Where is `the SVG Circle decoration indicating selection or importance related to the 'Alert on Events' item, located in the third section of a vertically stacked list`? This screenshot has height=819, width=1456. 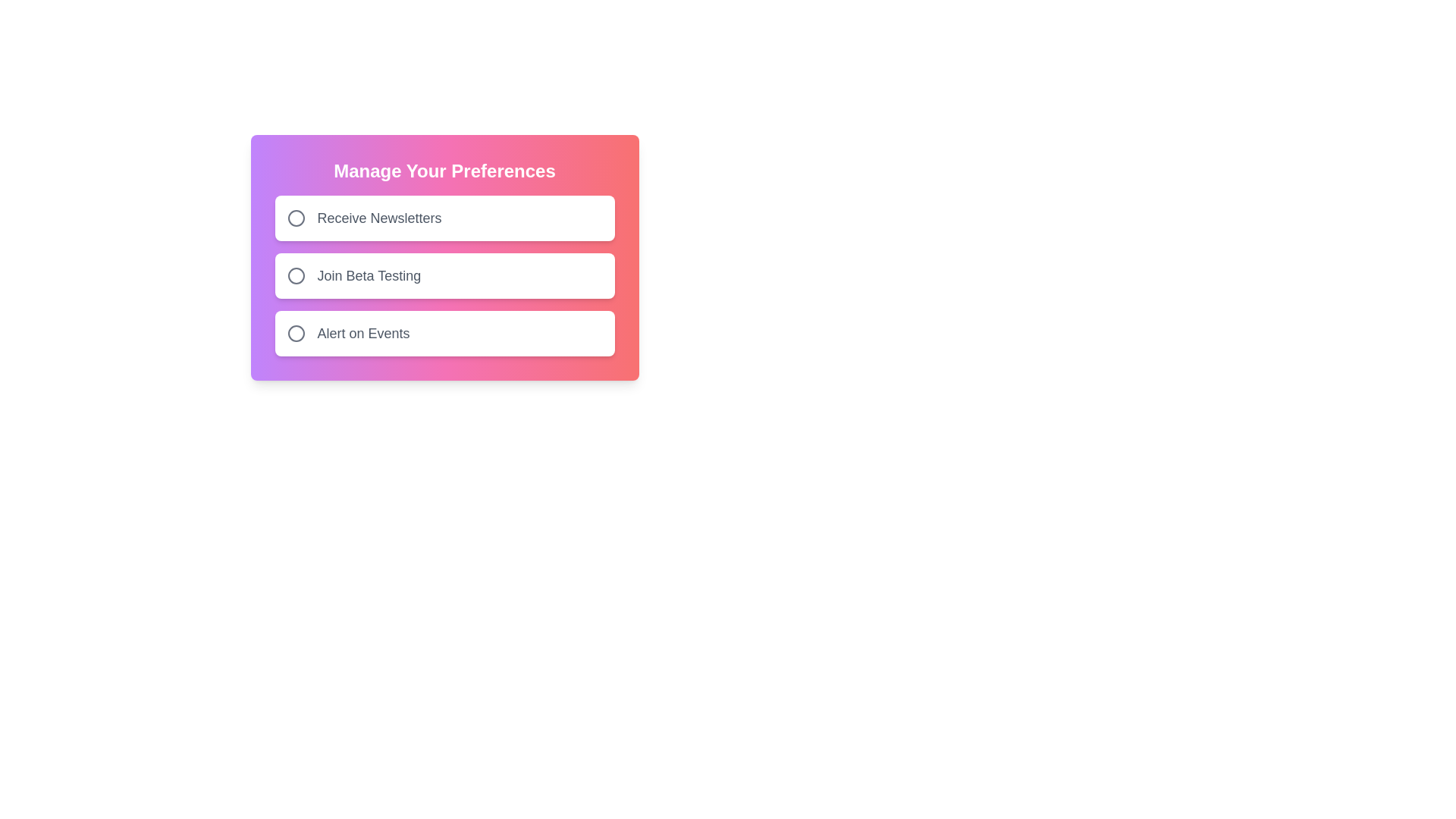 the SVG Circle decoration indicating selection or importance related to the 'Alert on Events' item, located in the third section of a vertically stacked list is located at coordinates (296, 332).